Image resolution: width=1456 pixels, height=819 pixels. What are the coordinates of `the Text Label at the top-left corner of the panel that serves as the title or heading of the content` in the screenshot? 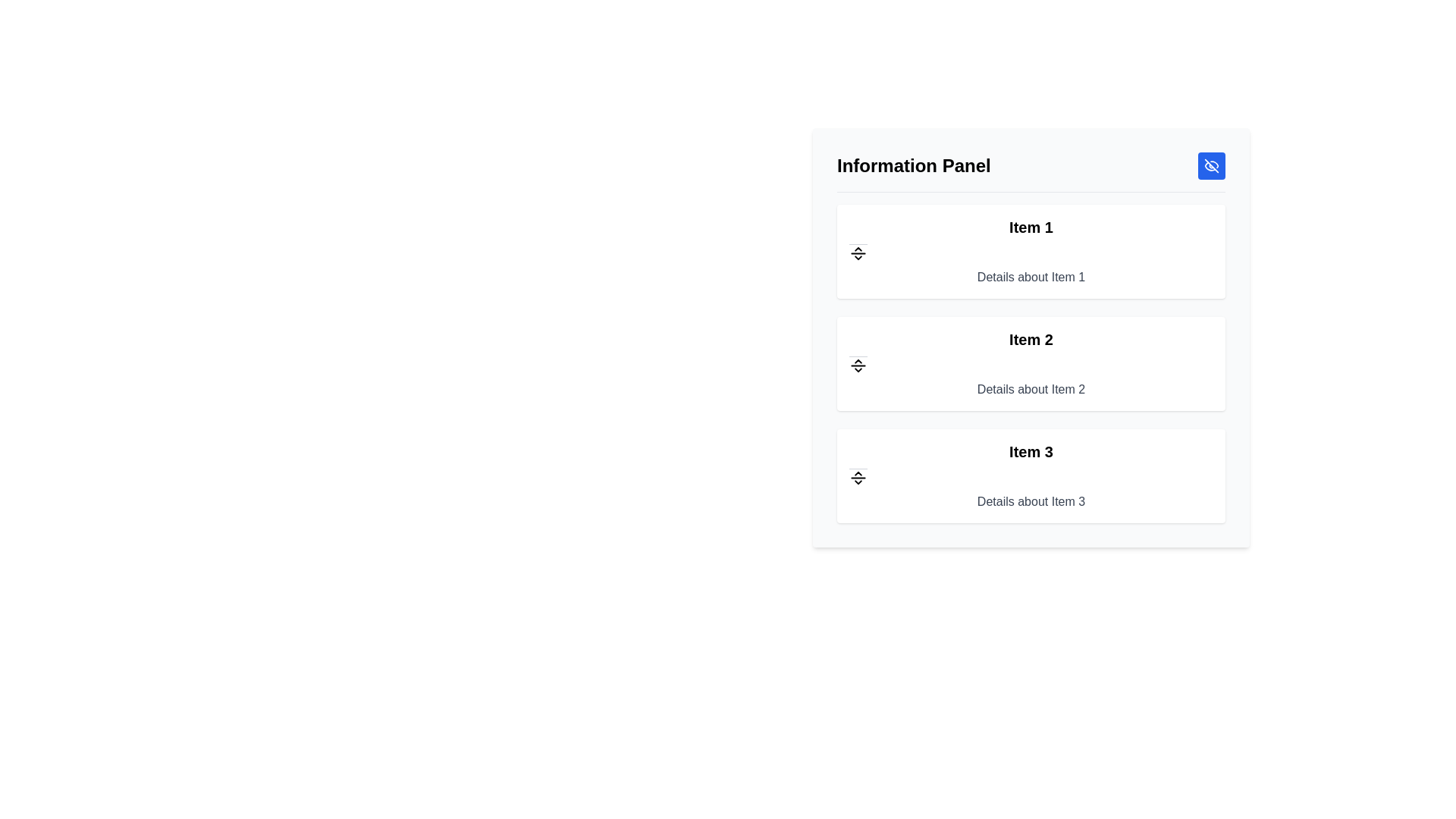 It's located at (913, 166).